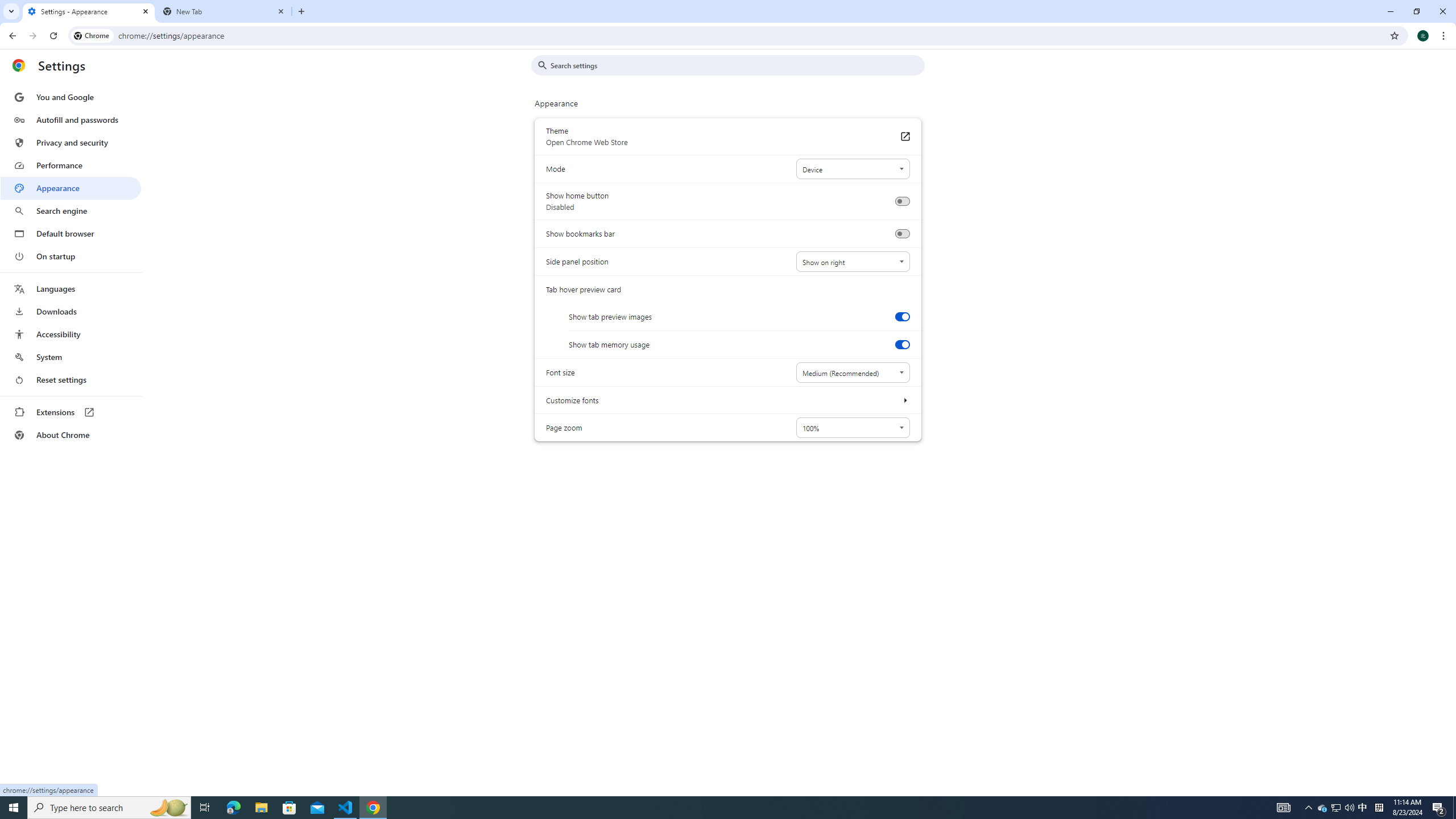 Image resolution: width=1456 pixels, height=819 pixels. What do you see at coordinates (851, 372) in the screenshot?
I see `'Font size'` at bounding box center [851, 372].